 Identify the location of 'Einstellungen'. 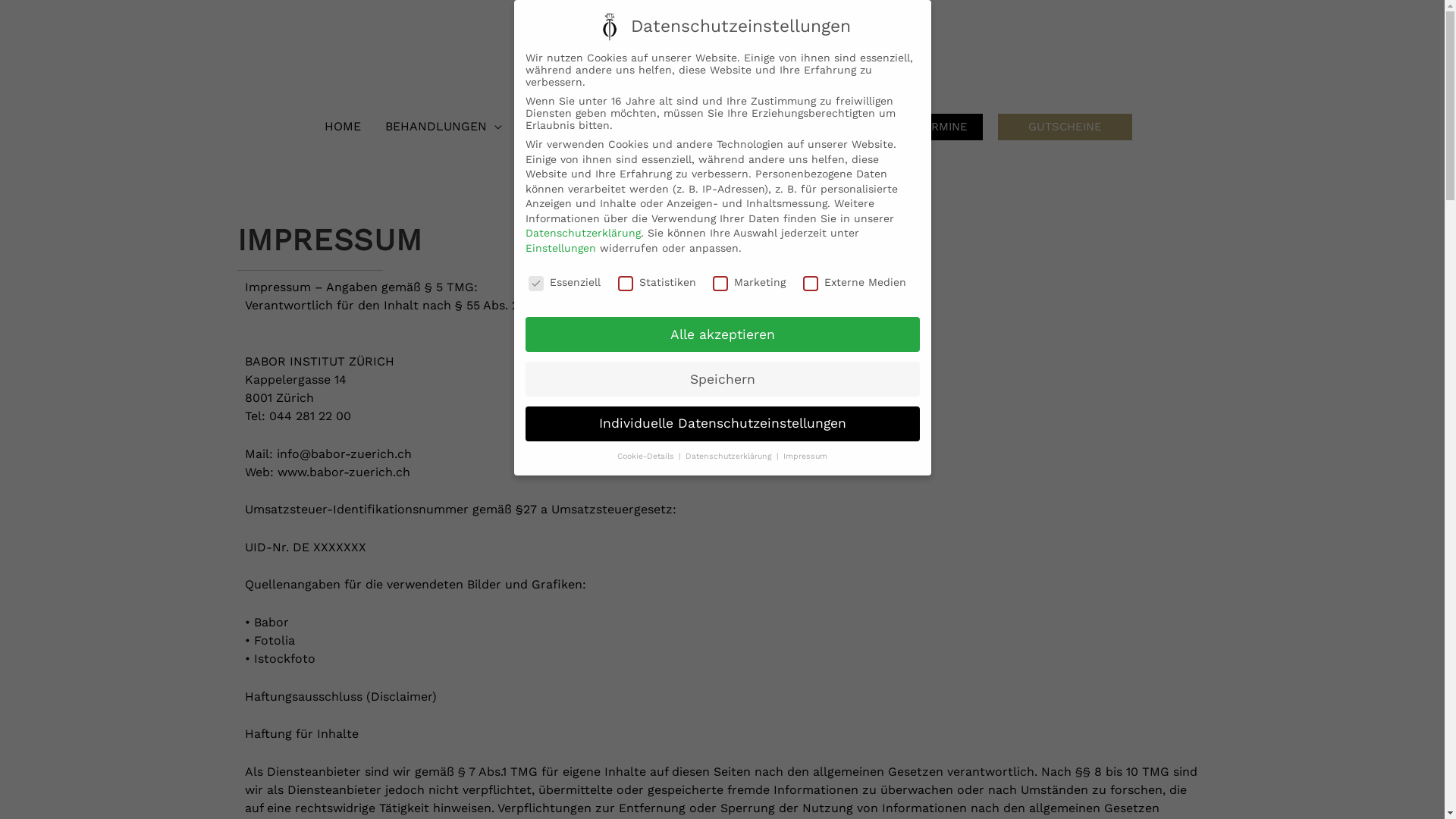
(559, 247).